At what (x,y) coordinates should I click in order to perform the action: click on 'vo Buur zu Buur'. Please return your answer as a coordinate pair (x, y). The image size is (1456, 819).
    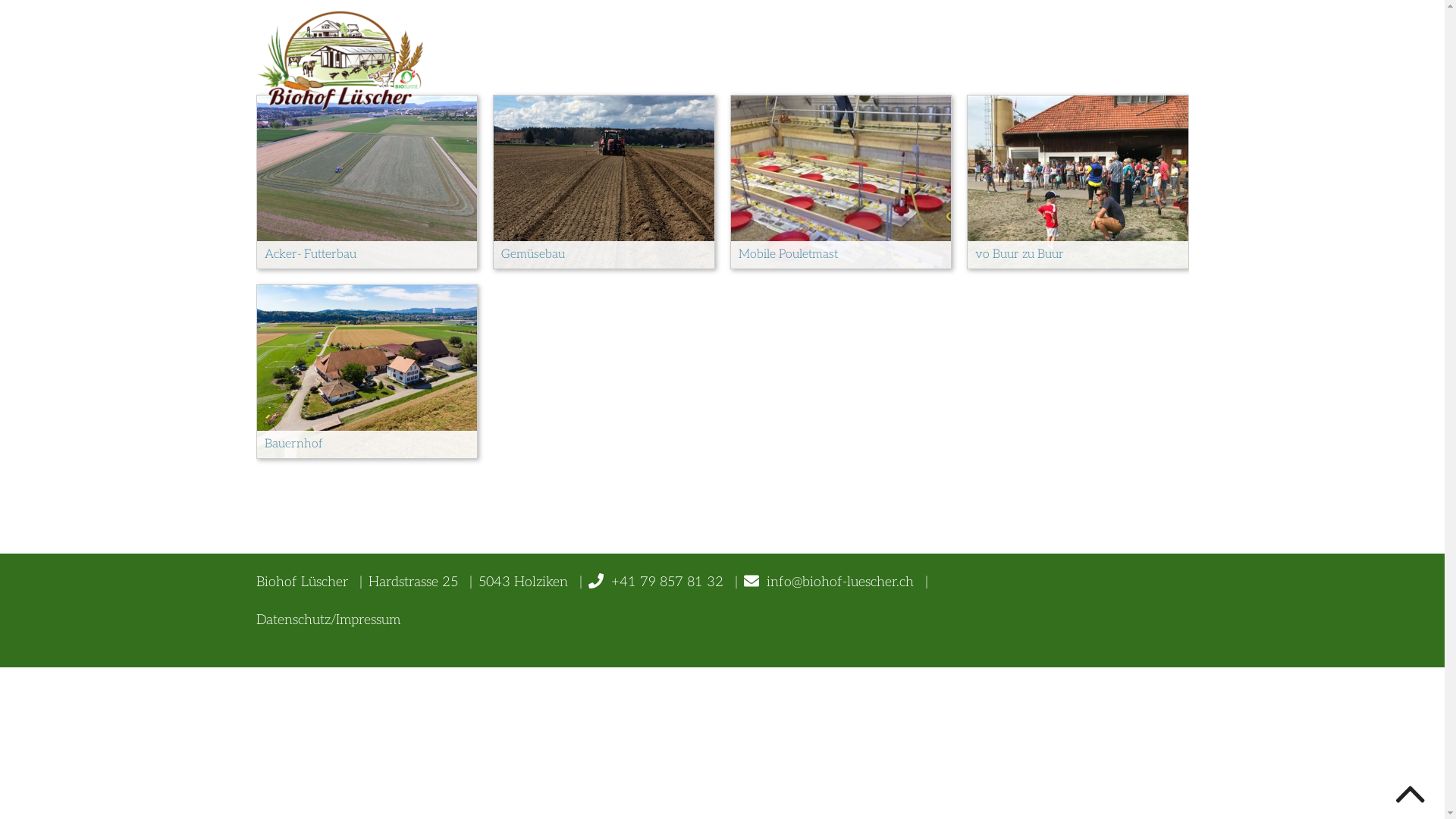
    Looking at the image, I should click on (1077, 180).